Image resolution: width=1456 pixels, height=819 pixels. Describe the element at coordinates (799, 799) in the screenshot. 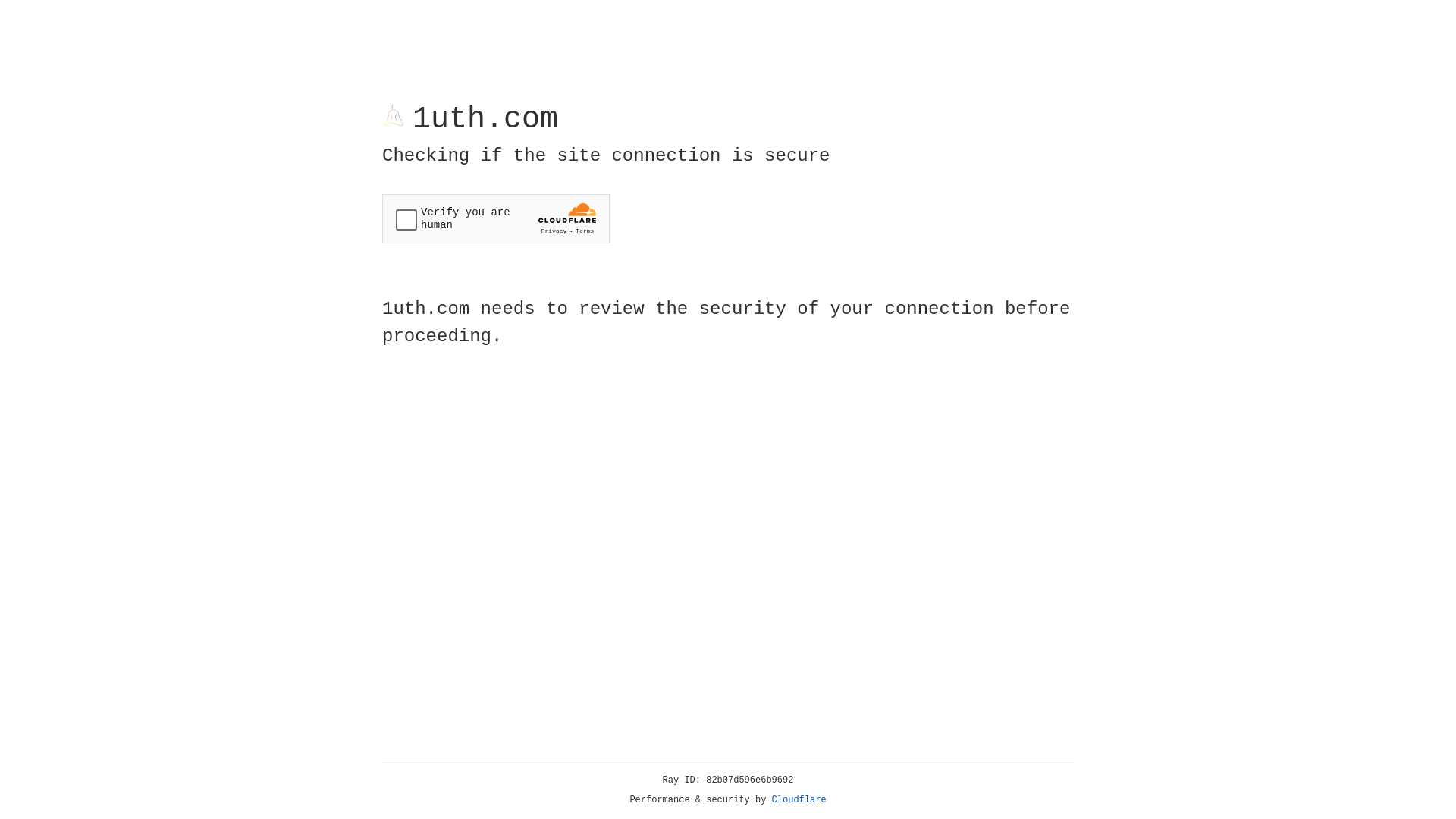

I see `'Cloudflare'` at that location.